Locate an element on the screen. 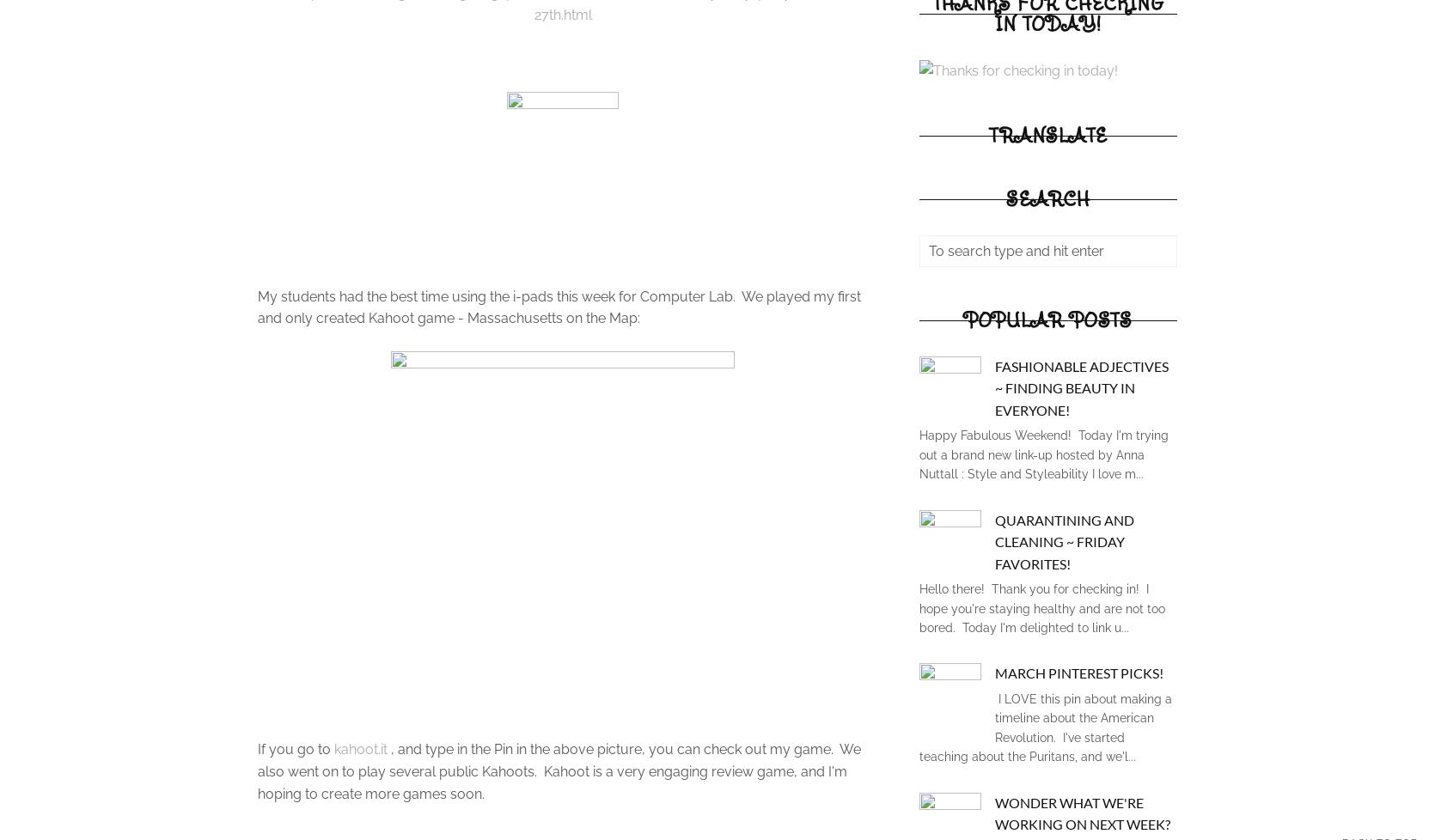 This screenshot has width=1435, height=840. 'Happy Fabulous Weekend!  Today I'm trying out a brand new link-up hosted by Anna Nuttall :      Style and Styleability   I love m...' is located at coordinates (1043, 454).